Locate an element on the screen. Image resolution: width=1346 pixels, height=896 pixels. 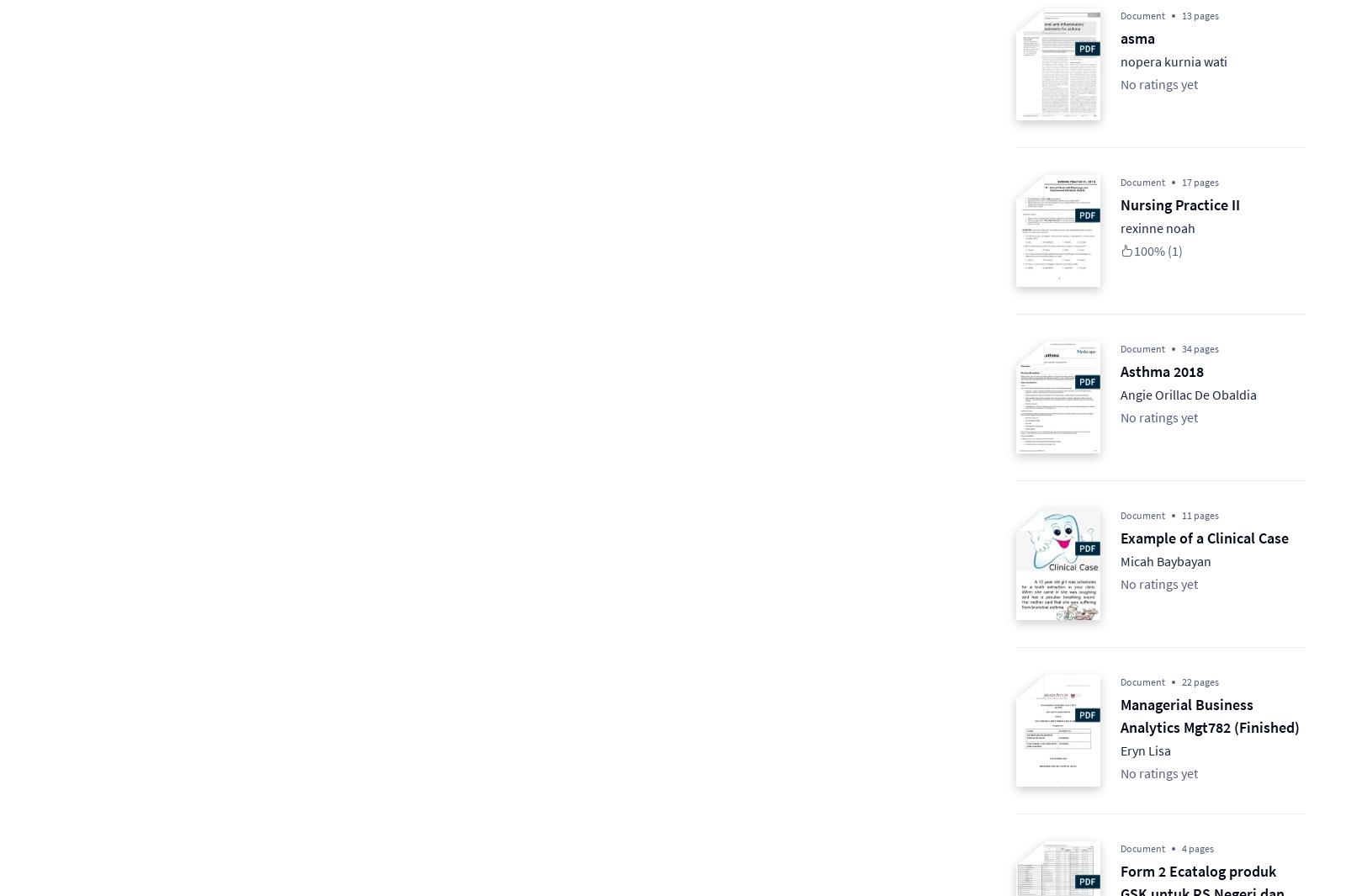
'Asthma 2018' is located at coordinates (1161, 370).